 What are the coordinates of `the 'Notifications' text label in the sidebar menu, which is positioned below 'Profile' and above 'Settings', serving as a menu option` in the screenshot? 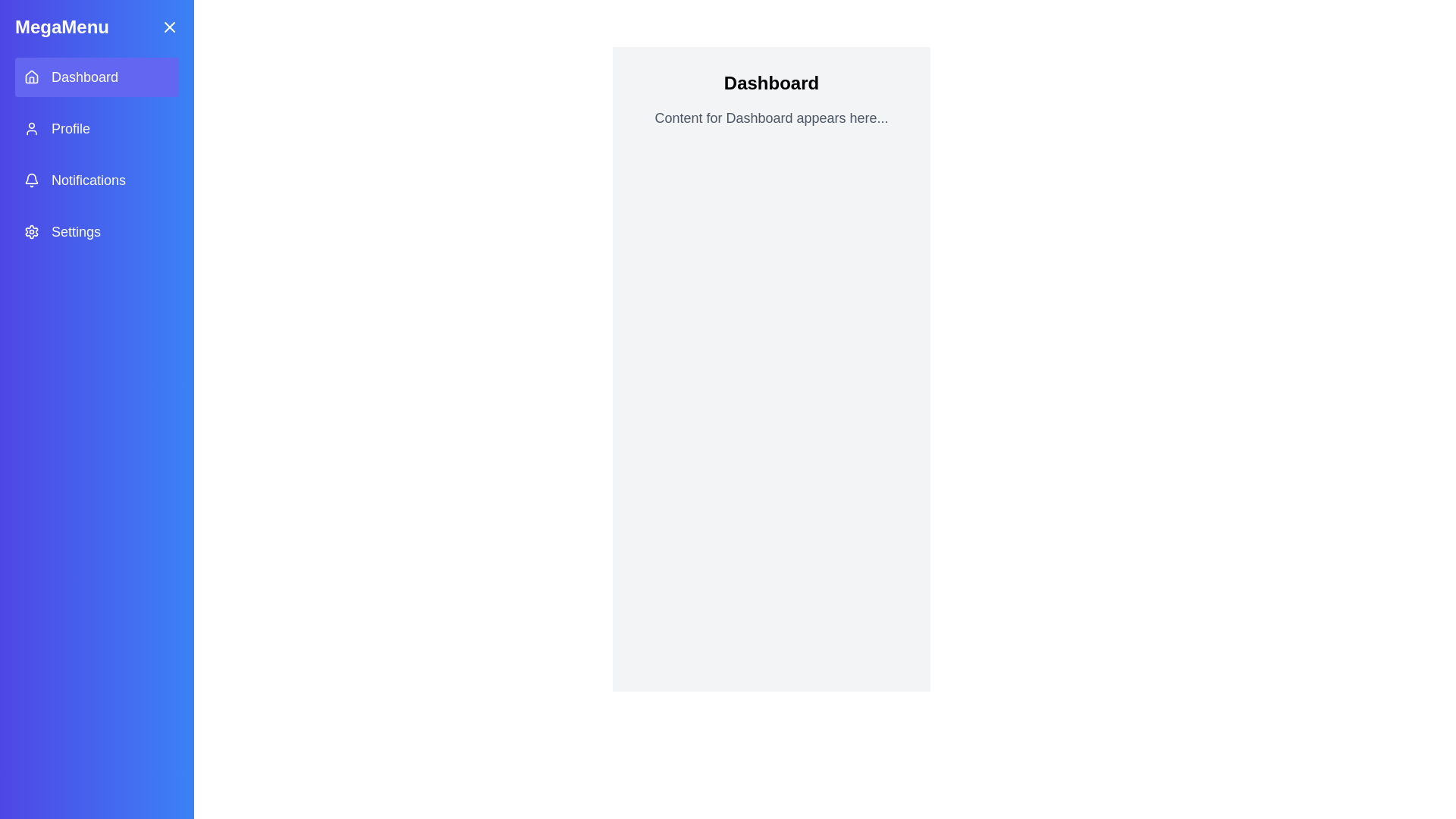 It's located at (87, 180).